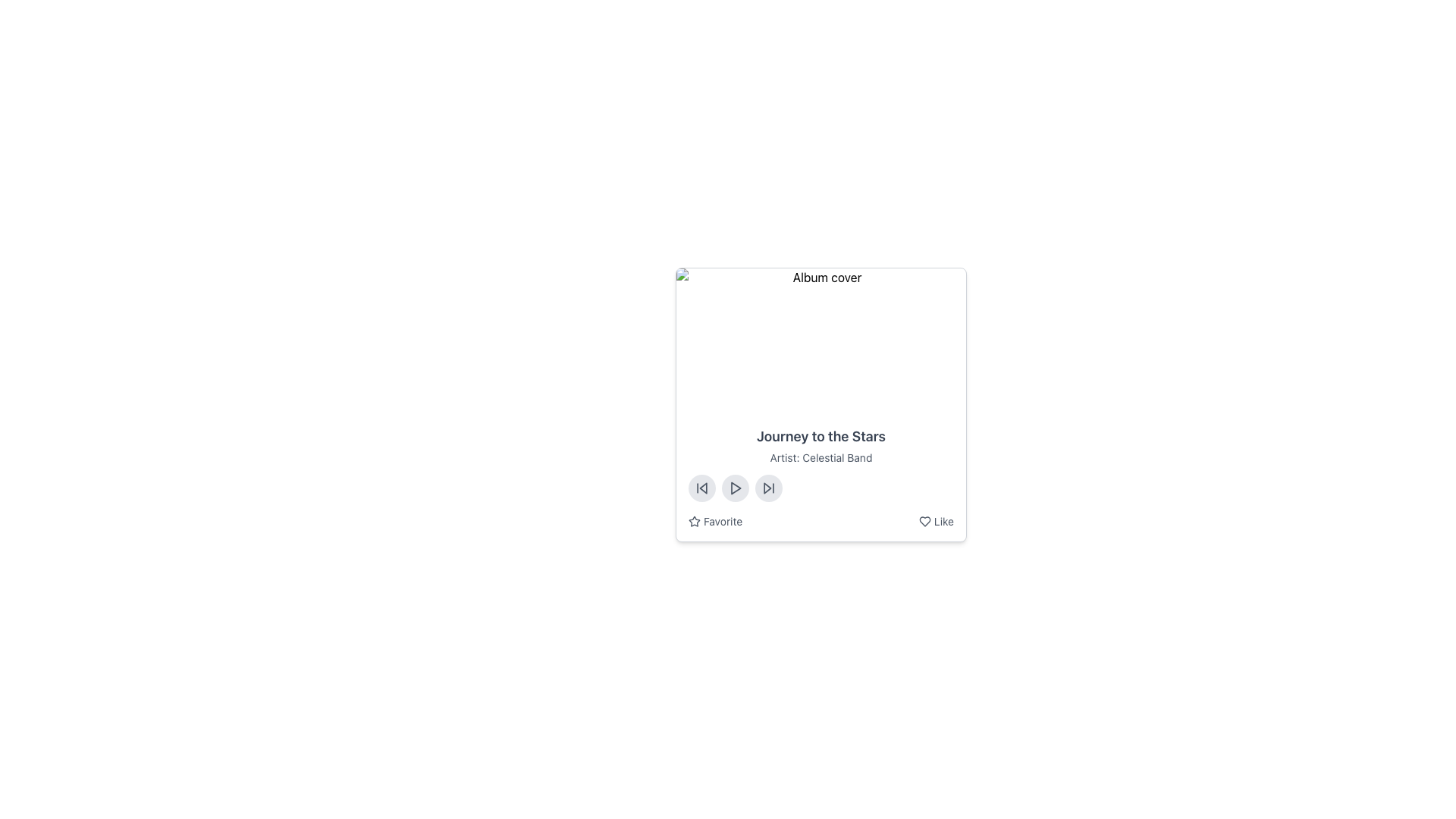 The image size is (1456, 819). Describe the element at coordinates (714, 520) in the screenshot. I see `the 'Favorite' button located in the bottom left section of the music player controls card to change its color to blue` at that location.